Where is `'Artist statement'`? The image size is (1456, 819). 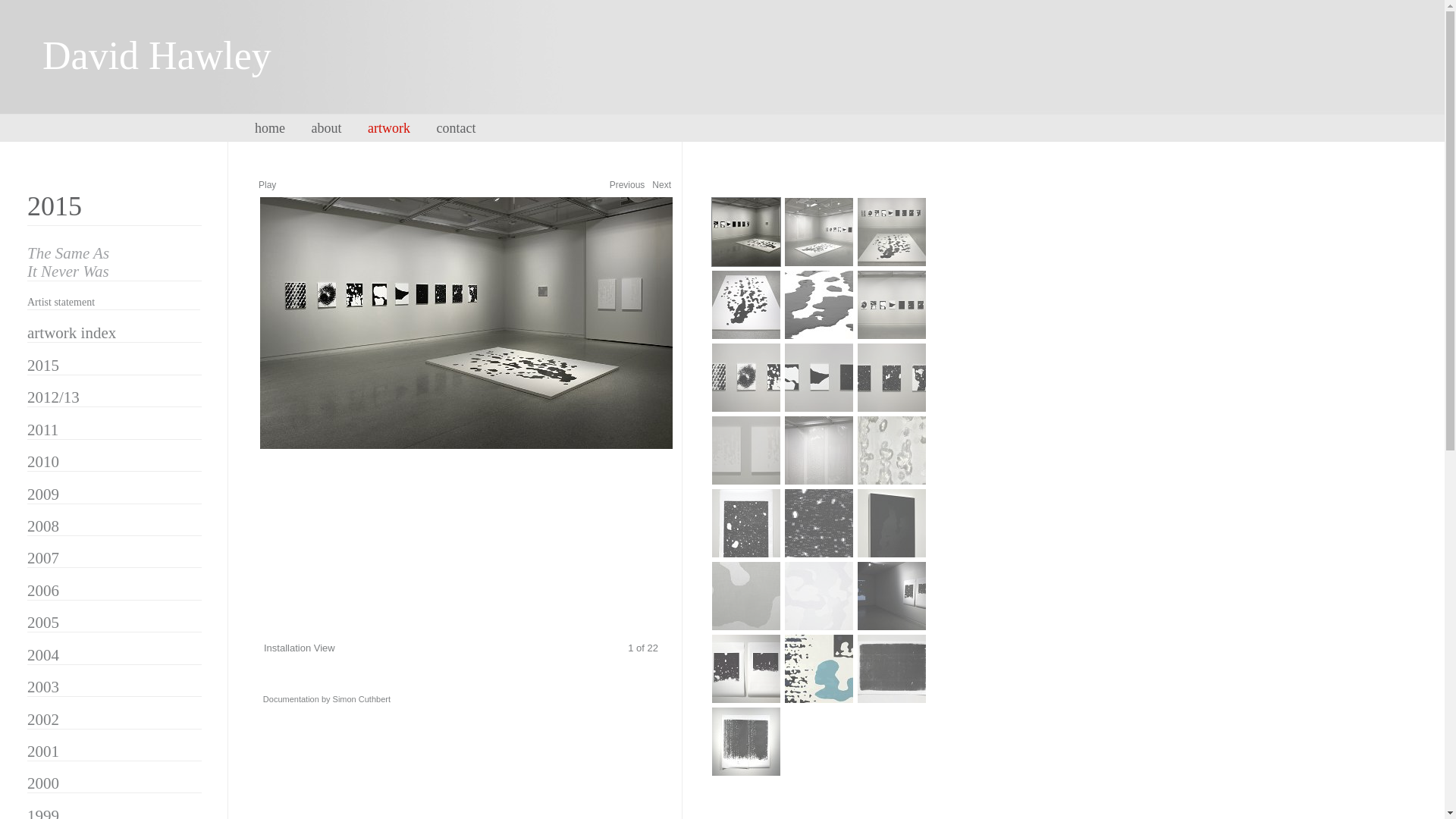 'Artist statement' is located at coordinates (61, 302).